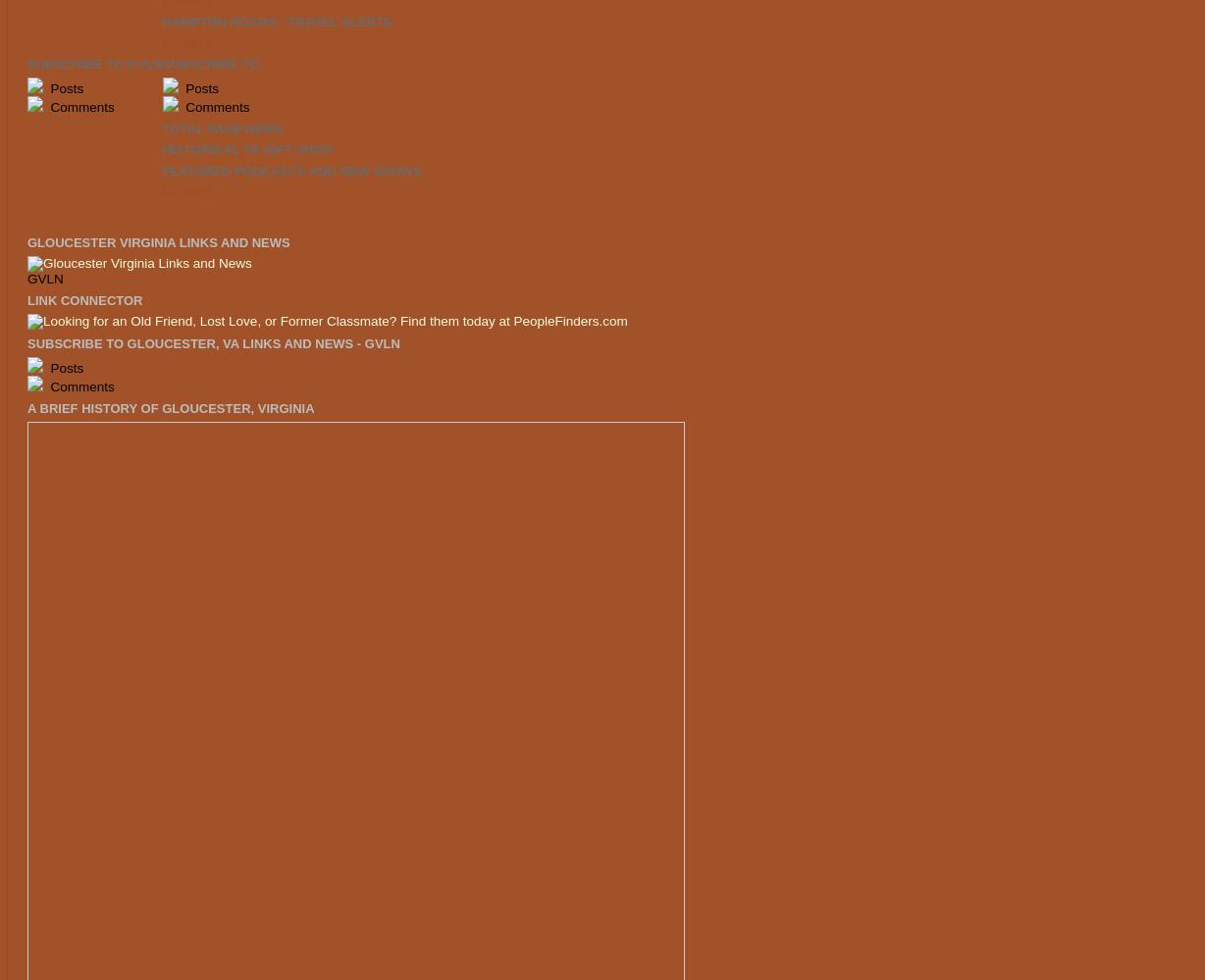  I want to click on 'Link Connector', so click(84, 298).